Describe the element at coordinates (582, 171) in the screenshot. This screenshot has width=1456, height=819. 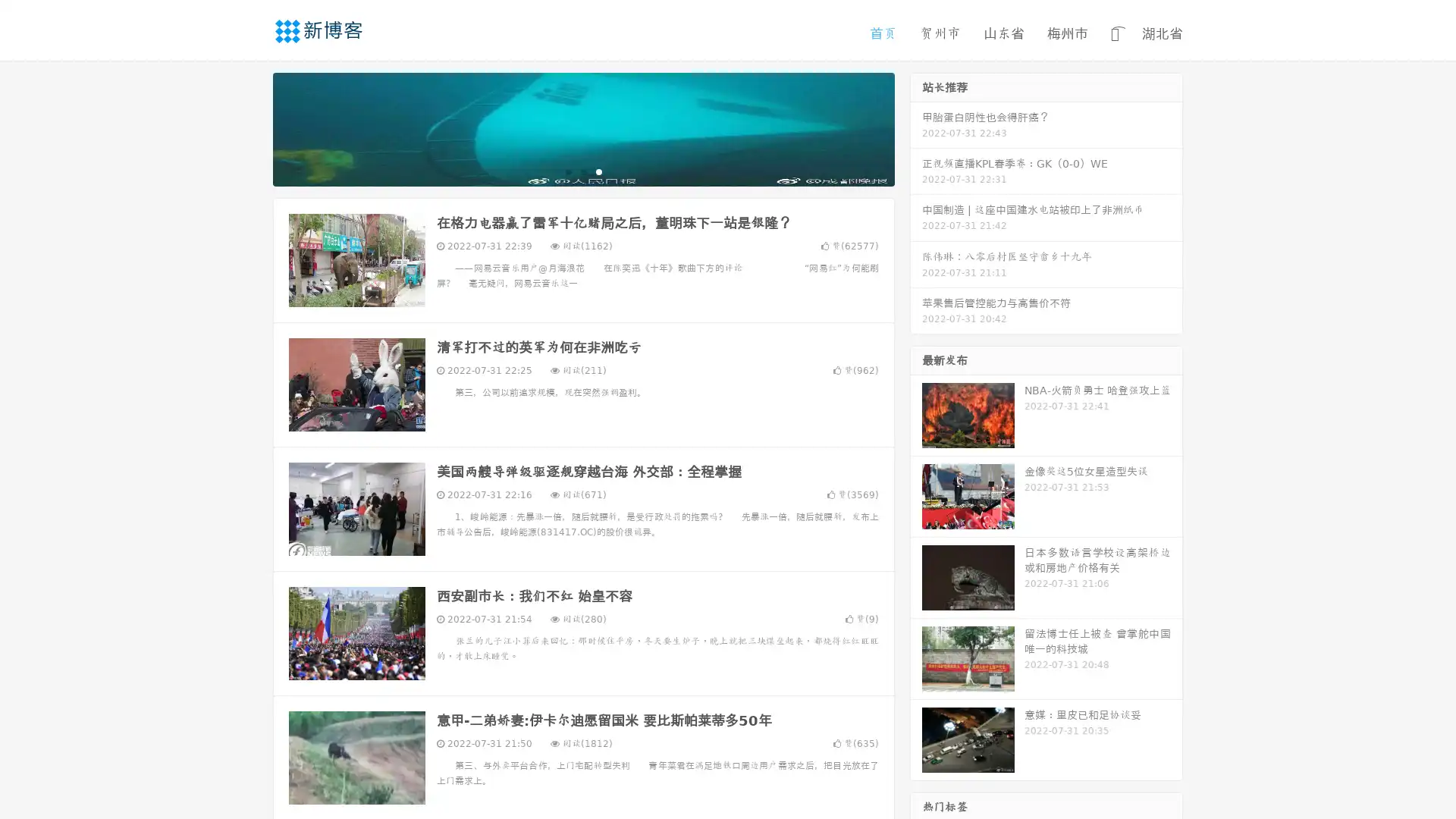
I see `Go to slide 2` at that location.